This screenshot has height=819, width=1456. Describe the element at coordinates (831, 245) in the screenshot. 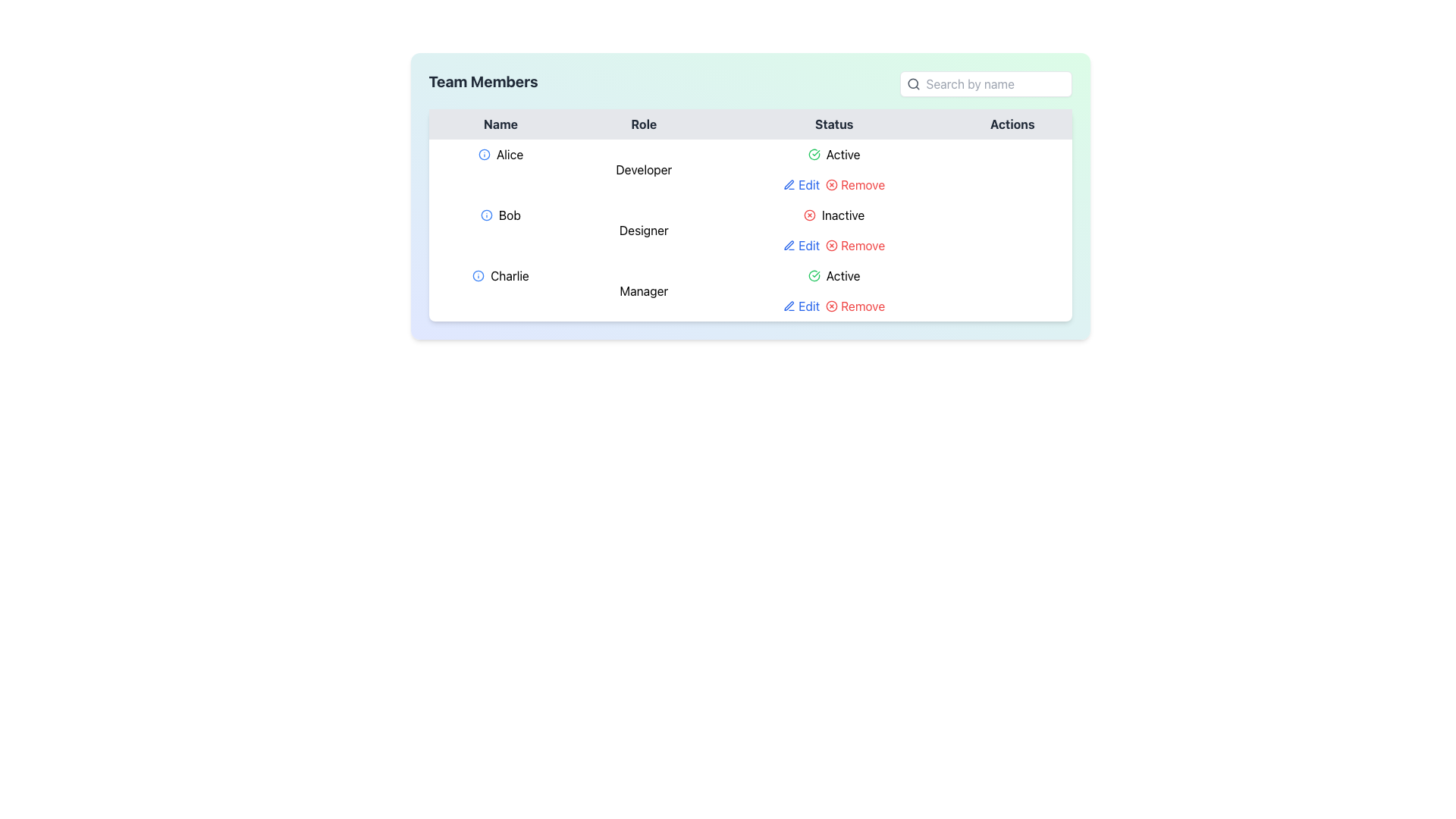

I see `the delete button corresponding to Bob's entry in the Actions column` at that location.